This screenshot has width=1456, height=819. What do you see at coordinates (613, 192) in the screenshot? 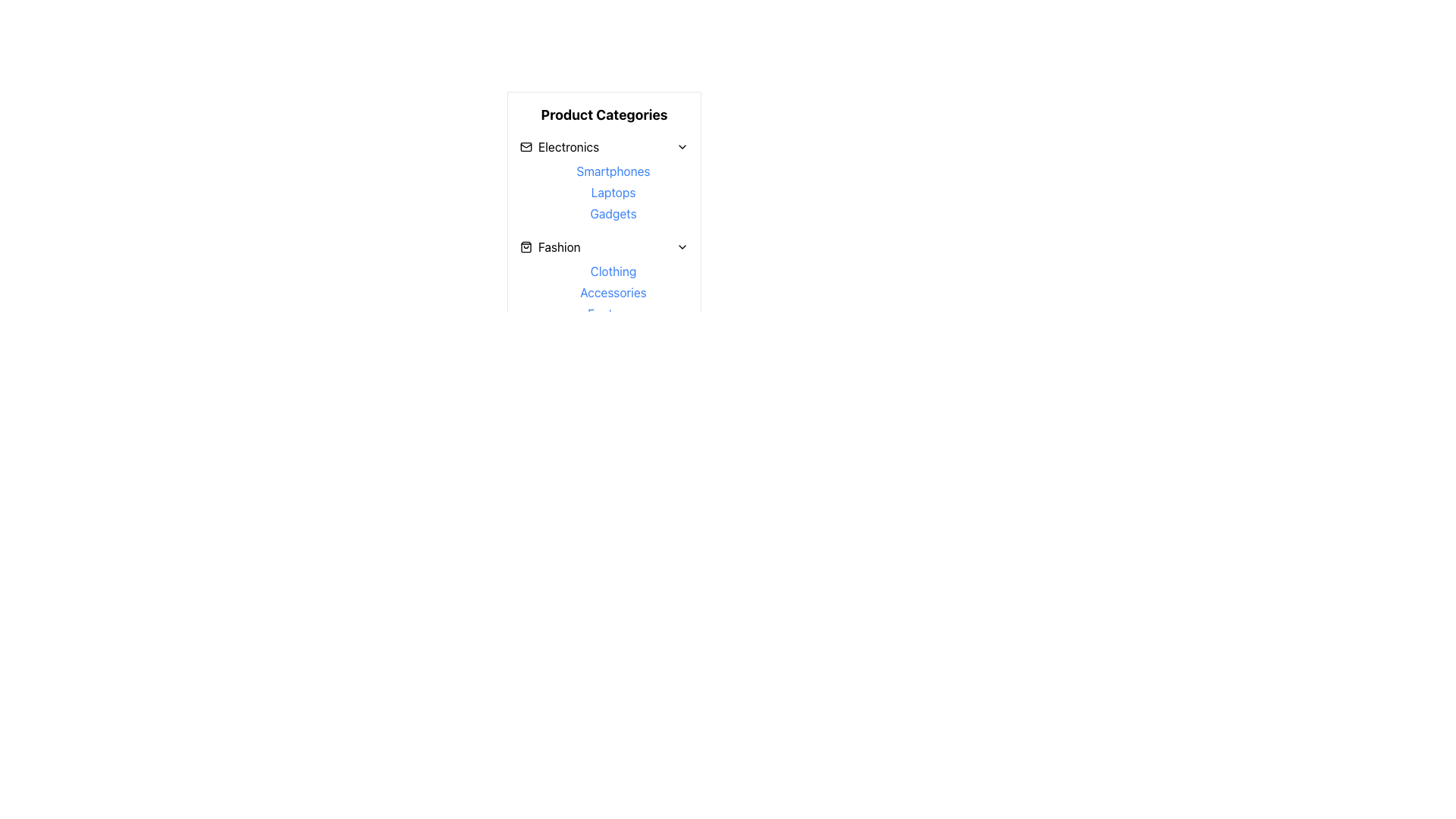
I see `the 'Laptops' text link in the 'Product Categories' section` at bounding box center [613, 192].